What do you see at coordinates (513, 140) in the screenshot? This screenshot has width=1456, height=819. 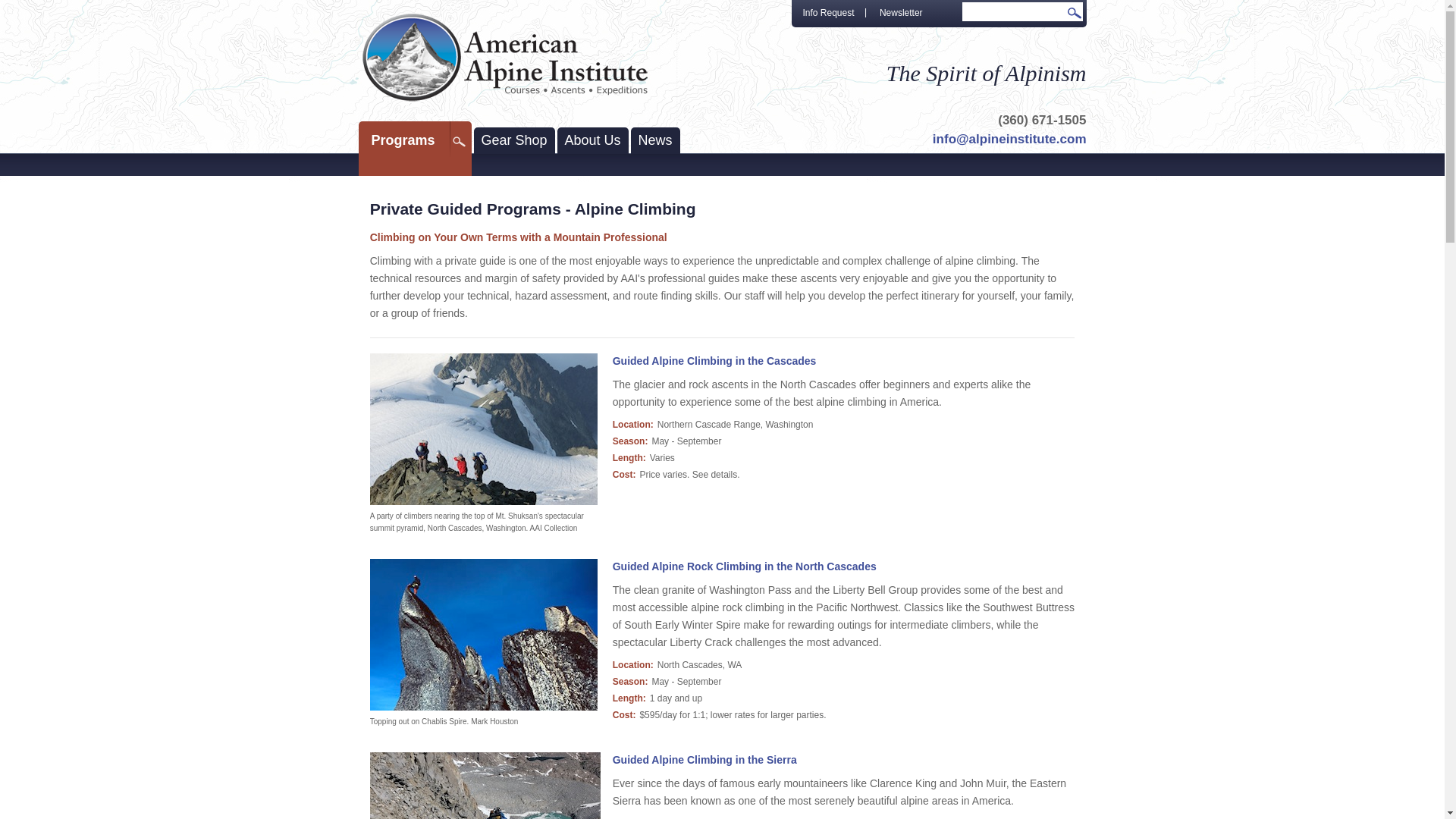 I see `'Gear Shop'` at bounding box center [513, 140].